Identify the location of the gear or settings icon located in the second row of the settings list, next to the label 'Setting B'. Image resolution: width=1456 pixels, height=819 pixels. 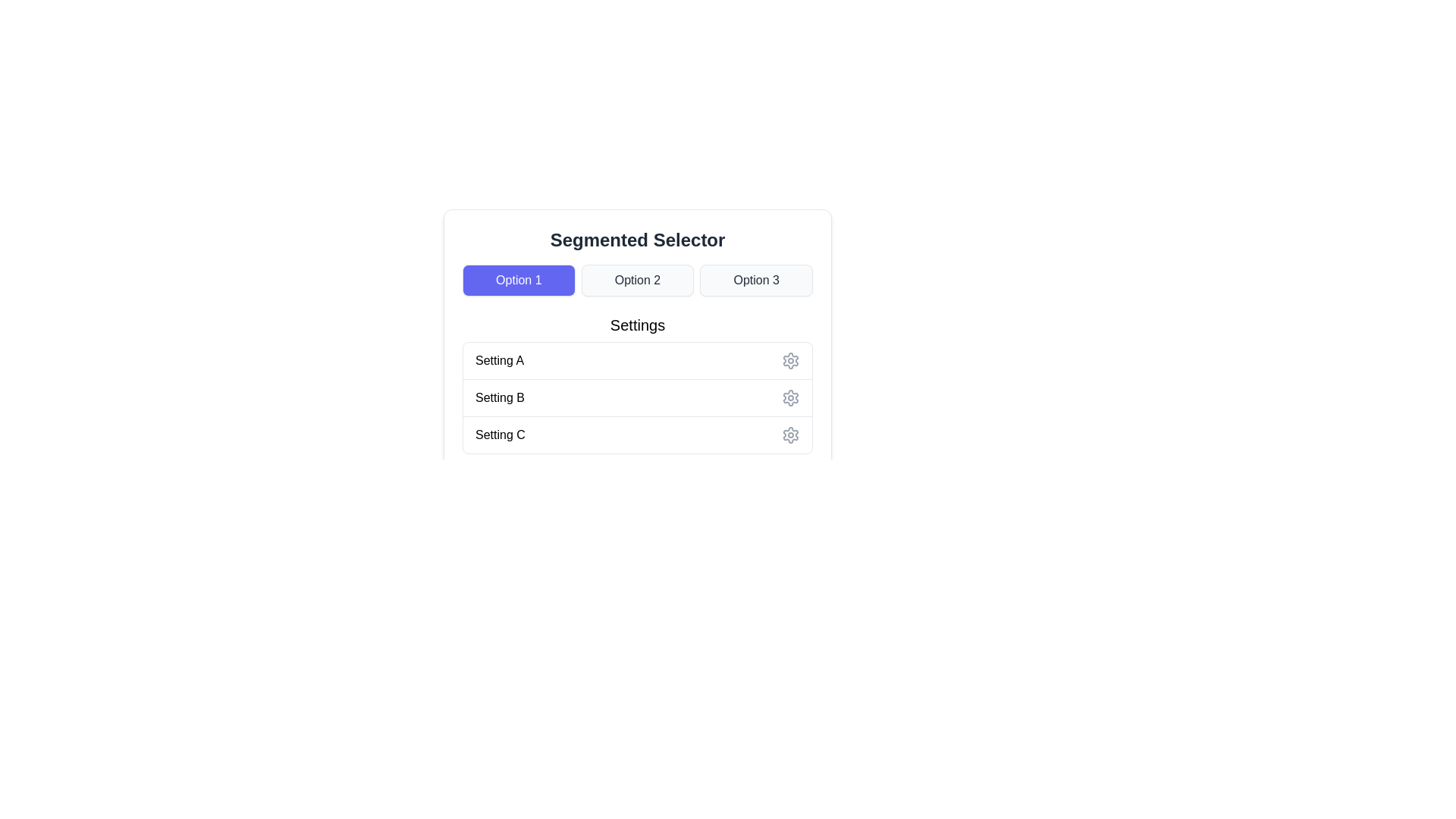
(789, 397).